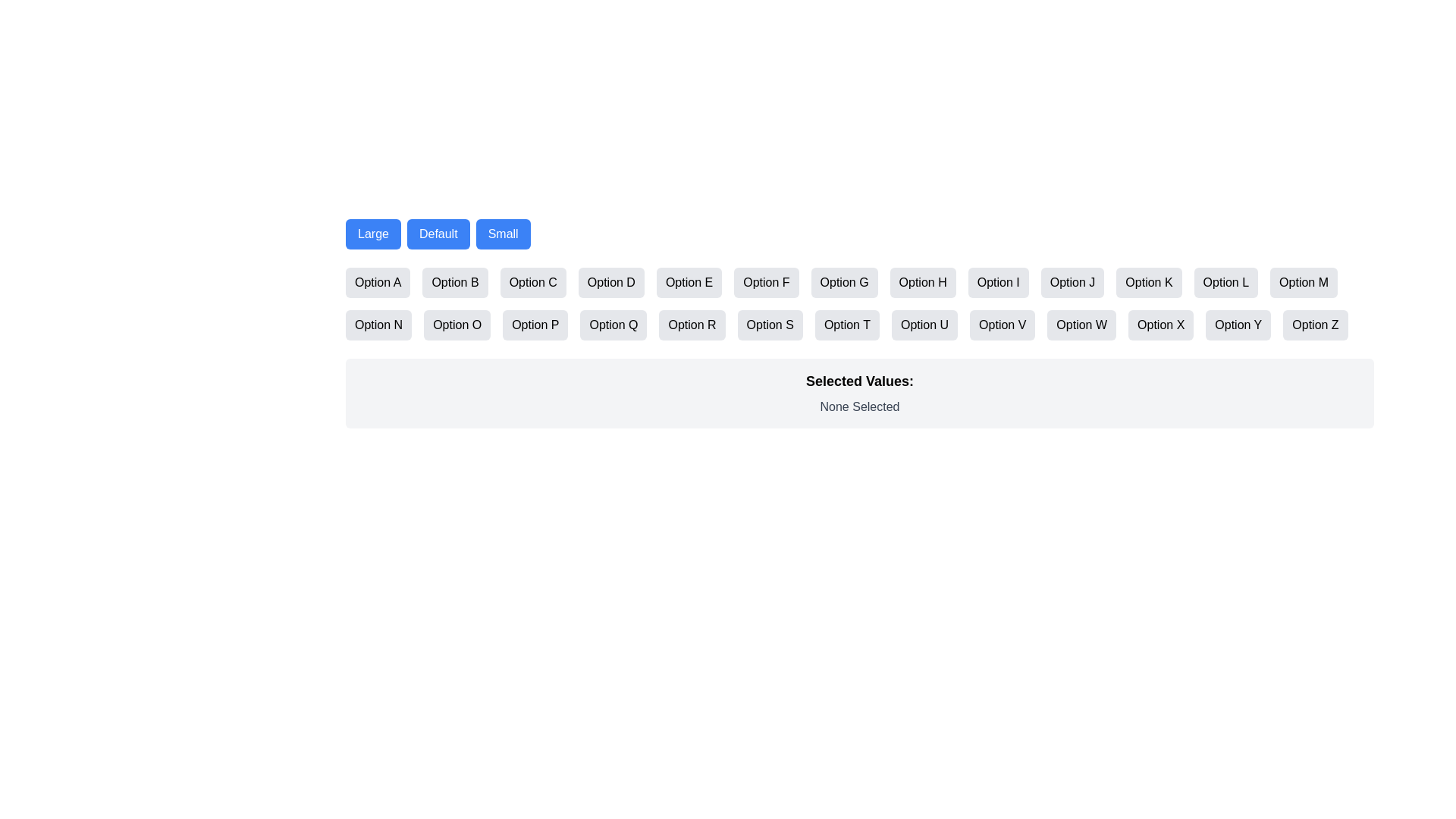 The height and width of the screenshot is (819, 1456). Describe the element at coordinates (765, 283) in the screenshot. I see `the button labeled 'Option F'` at that location.